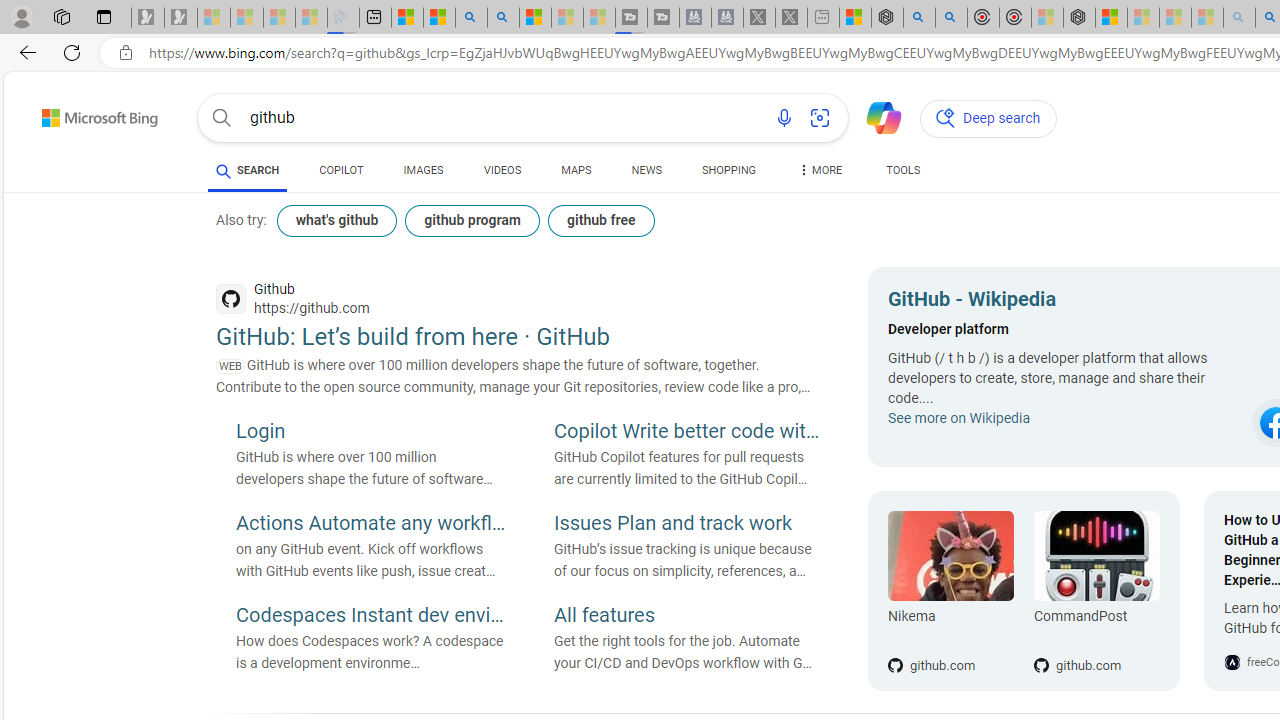 This screenshot has height=720, width=1280. What do you see at coordinates (950, 590) in the screenshot?
I see `'Nikema Nikema github.com'` at bounding box center [950, 590].